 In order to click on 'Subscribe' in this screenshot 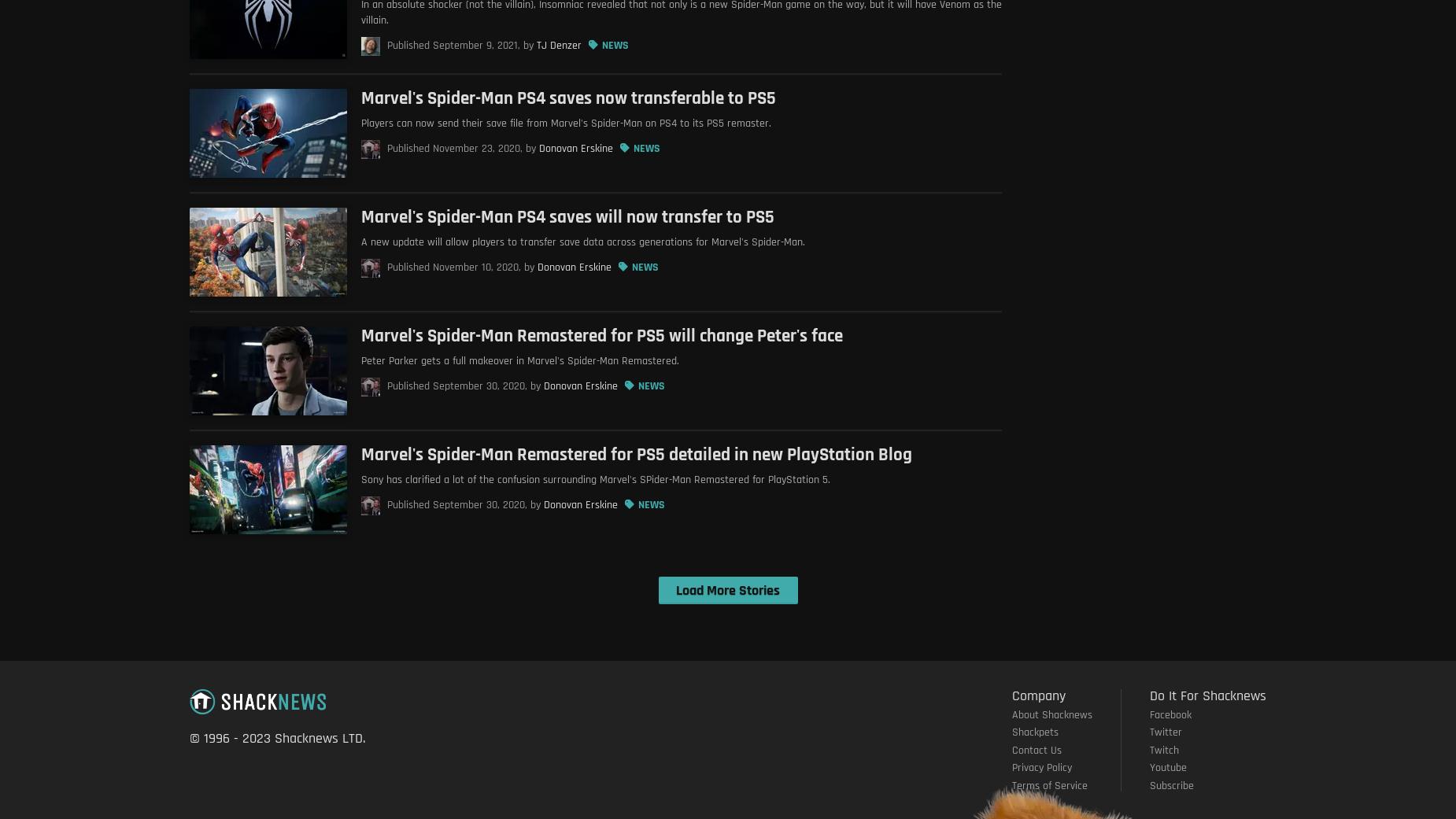, I will do `click(1172, 785)`.